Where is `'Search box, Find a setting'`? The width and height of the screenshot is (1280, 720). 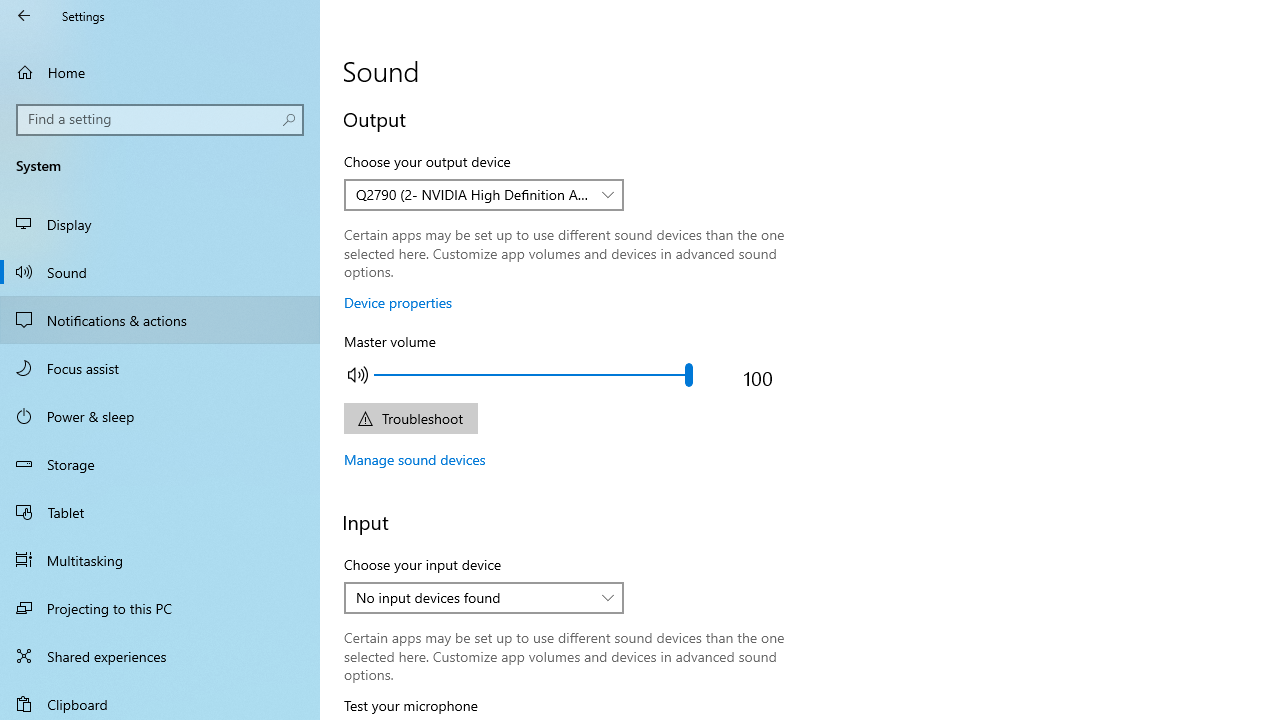 'Search box, Find a setting' is located at coordinates (160, 119).